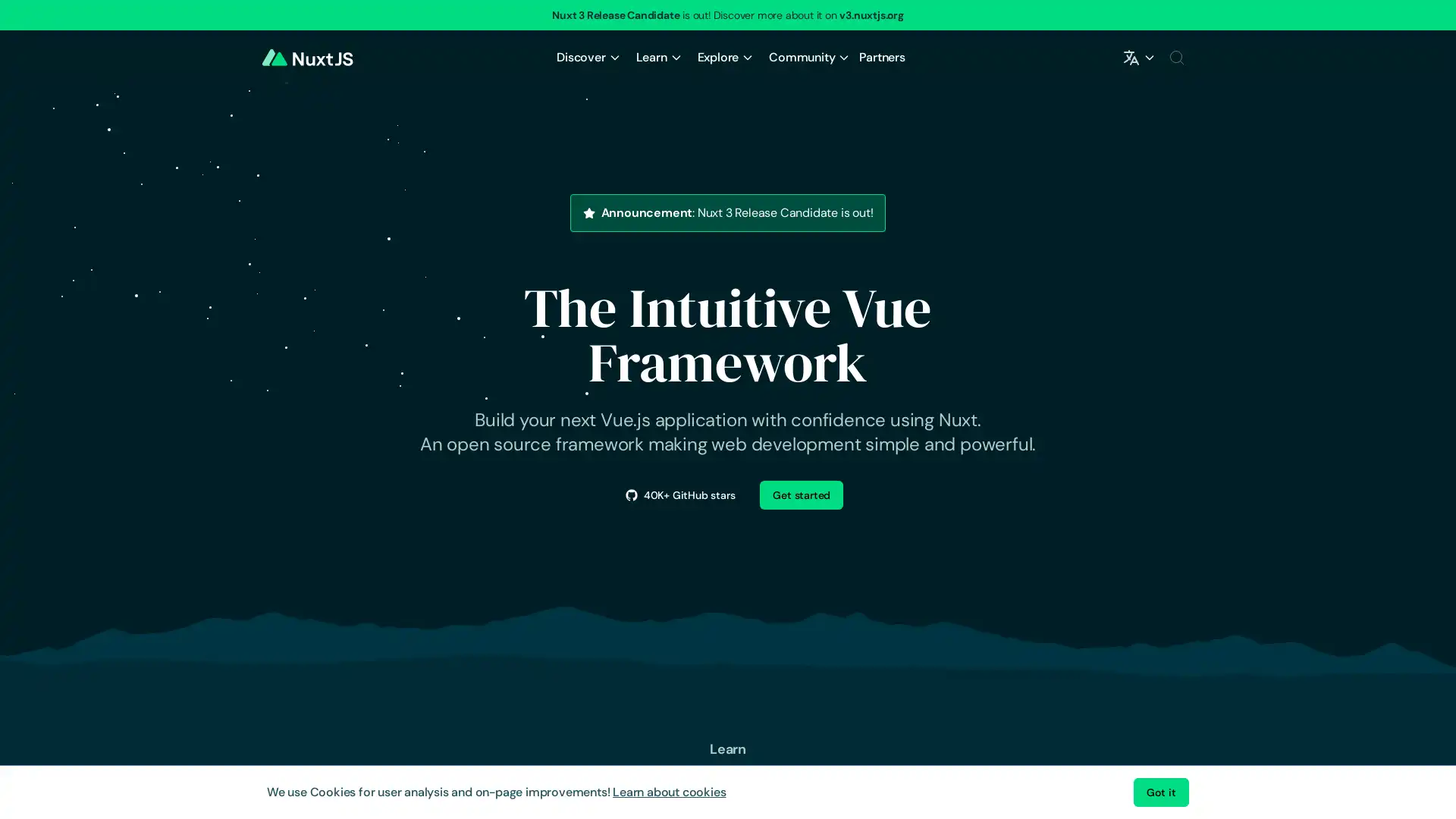 The height and width of the screenshot is (819, 1456). Describe the element at coordinates (1160, 792) in the screenshot. I see `Got it` at that location.